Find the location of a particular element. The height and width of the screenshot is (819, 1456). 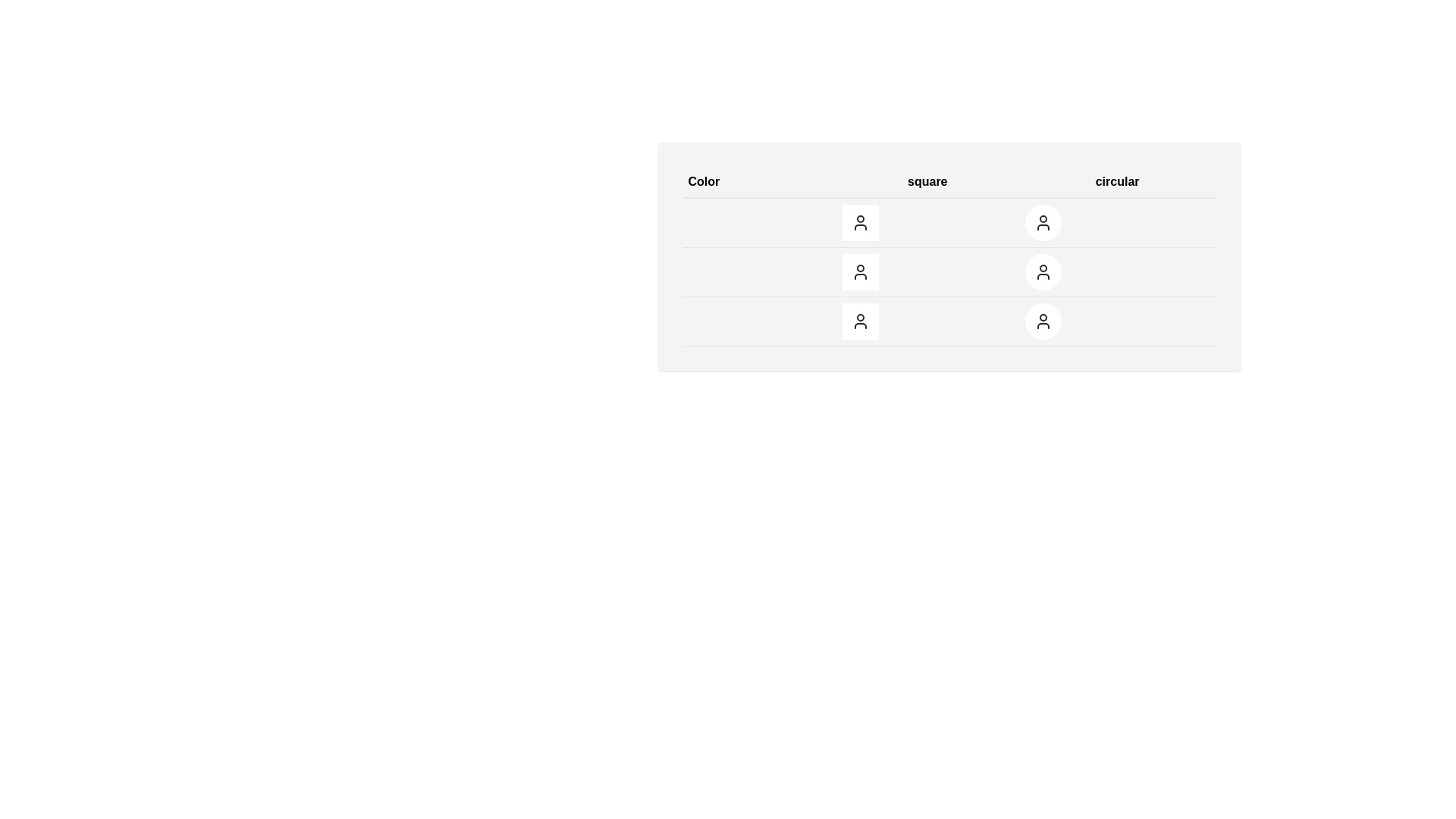

the circular icon button containing a user silhouette, located in the top row of the table under the 'circular' column header is located at coordinates (1042, 222).